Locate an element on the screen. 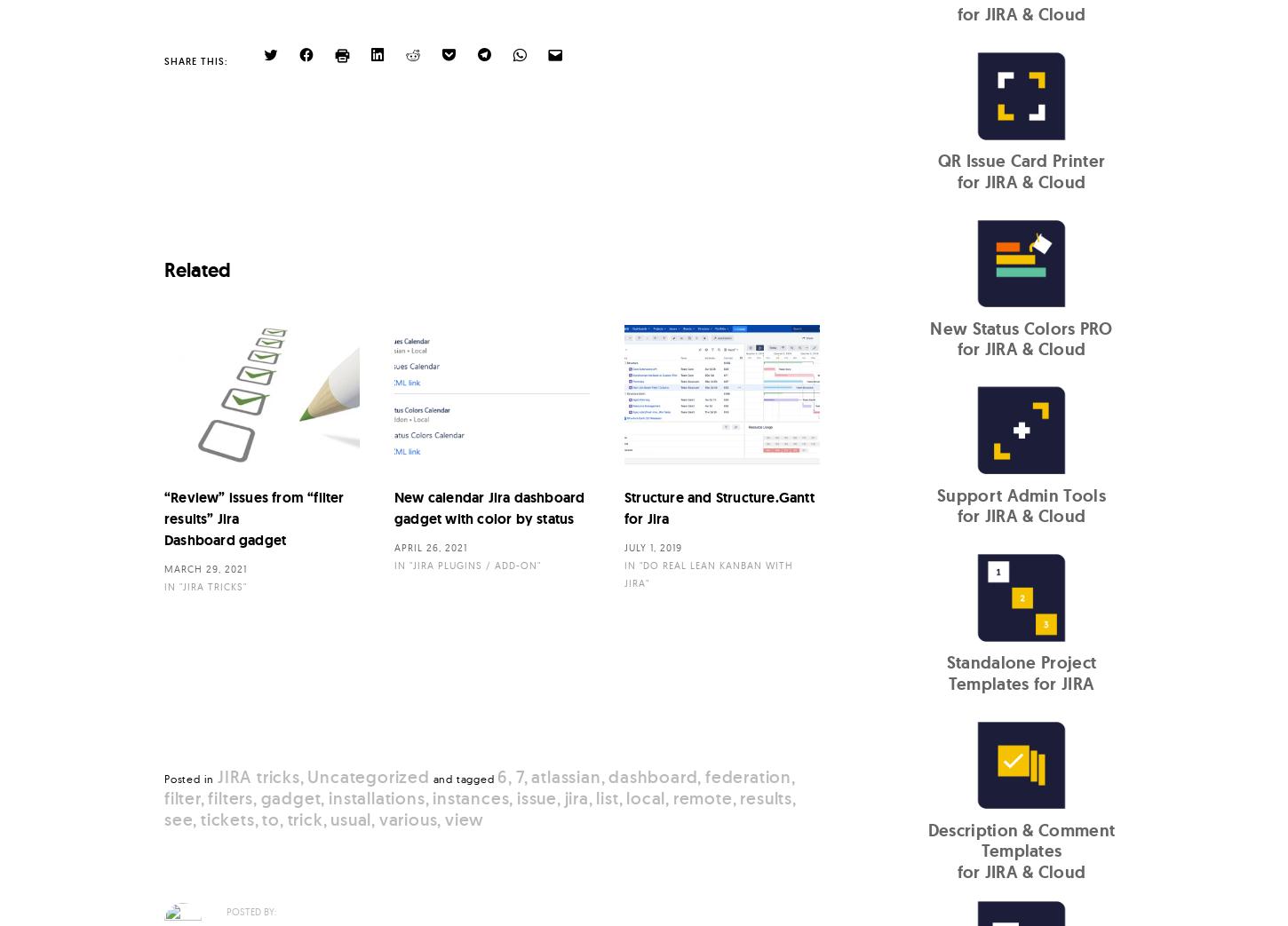 This screenshot has height=926, width=1288. 'filters' is located at coordinates (230, 796).